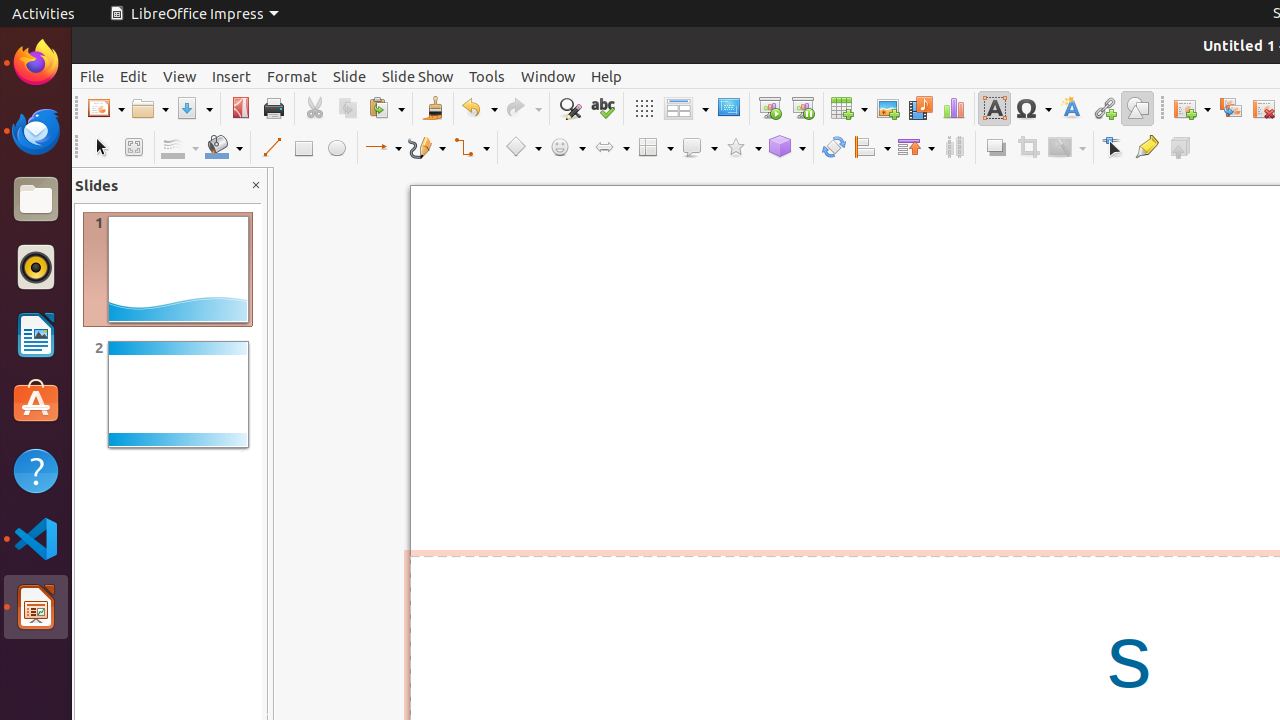 The width and height of the screenshot is (1280, 720). I want to click on 'Media', so click(919, 108).